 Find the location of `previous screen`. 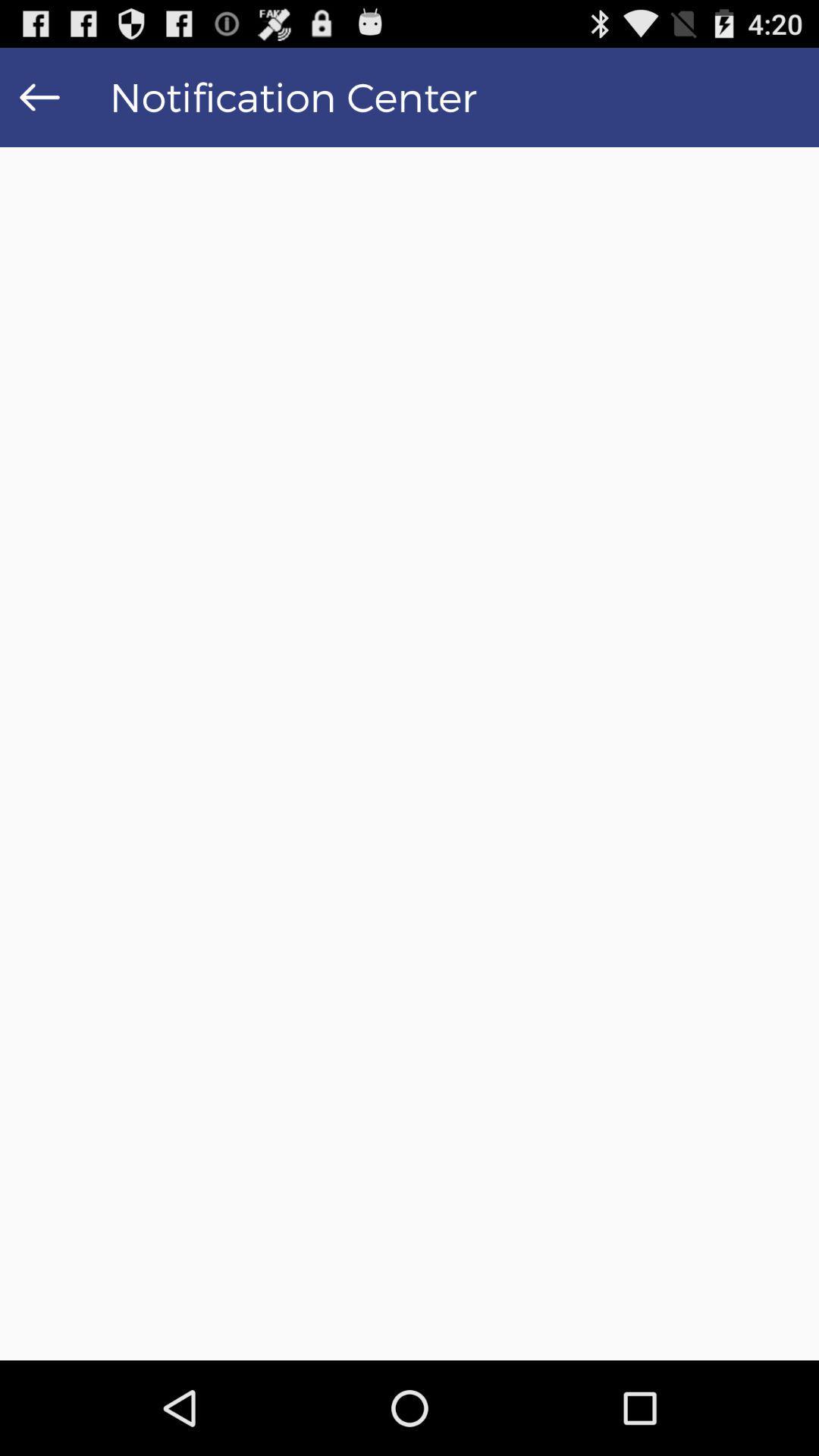

previous screen is located at coordinates (39, 96).